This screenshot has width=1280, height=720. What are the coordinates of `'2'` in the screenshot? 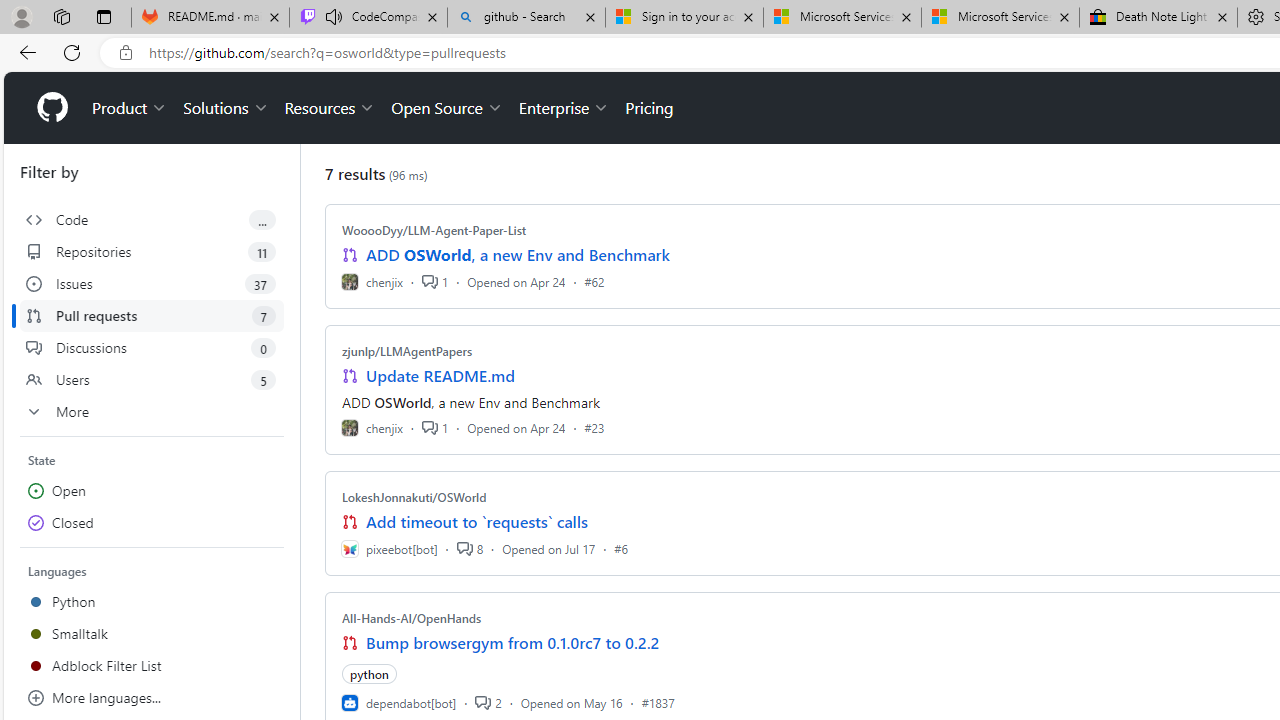 It's located at (488, 701).